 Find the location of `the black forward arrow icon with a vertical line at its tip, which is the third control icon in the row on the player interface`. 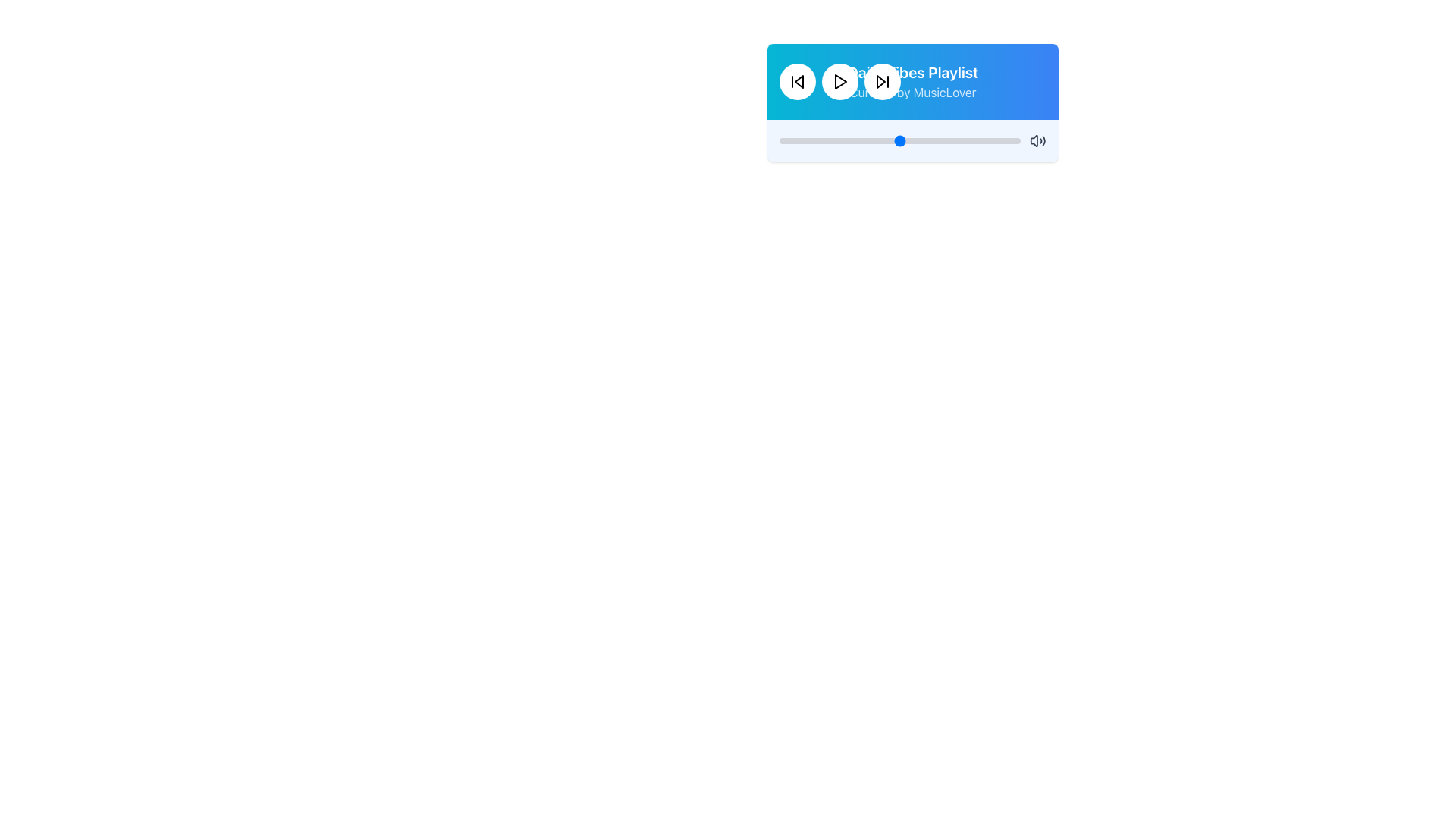

the black forward arrow icon with a vertical line at its tip, which is the third control icon in the row on the player interface is located at coordinates (882, 82).